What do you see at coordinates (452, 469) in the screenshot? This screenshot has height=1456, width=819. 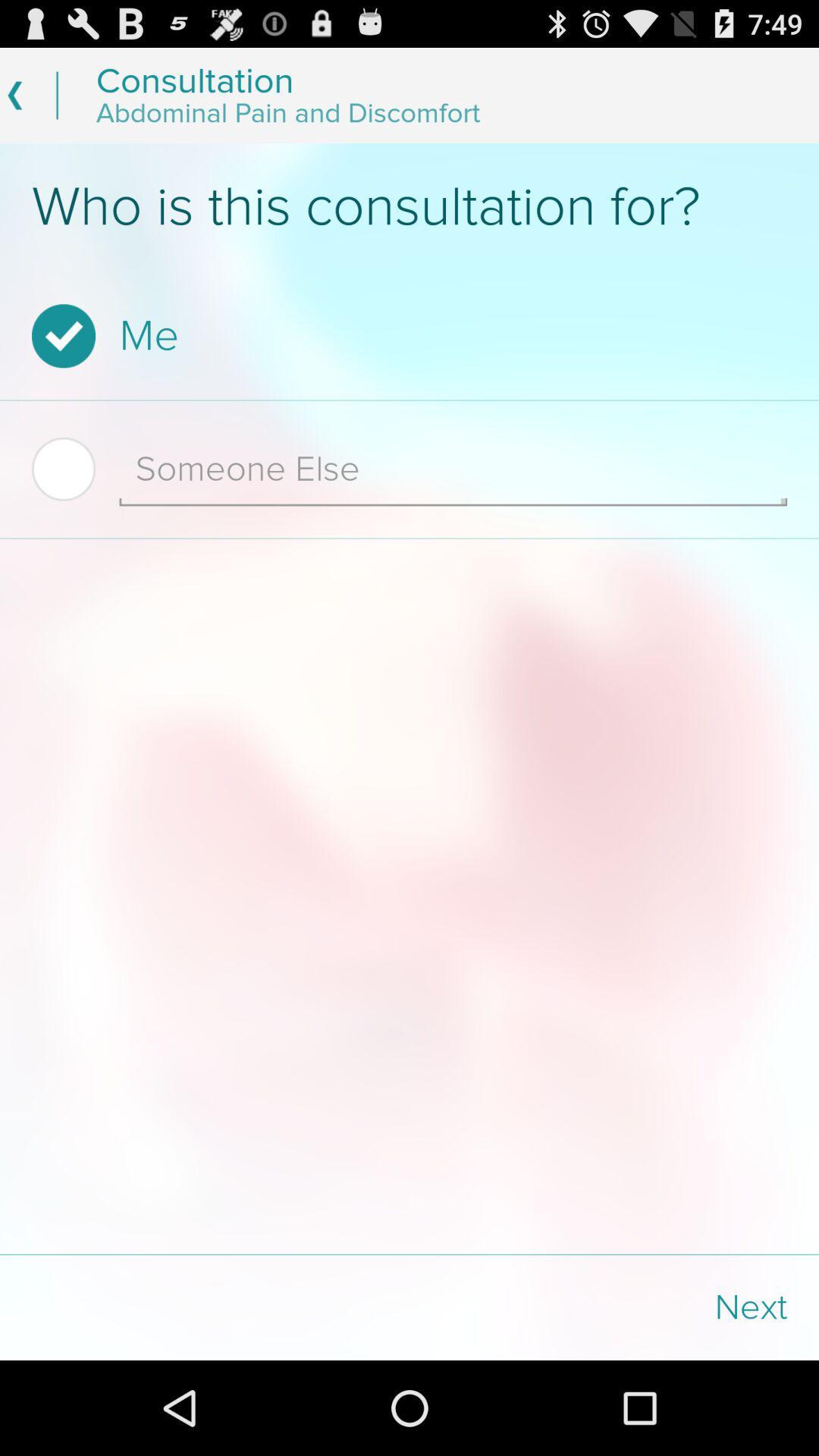 I see `item below the me checkbox` at bounding box center [452, 469].